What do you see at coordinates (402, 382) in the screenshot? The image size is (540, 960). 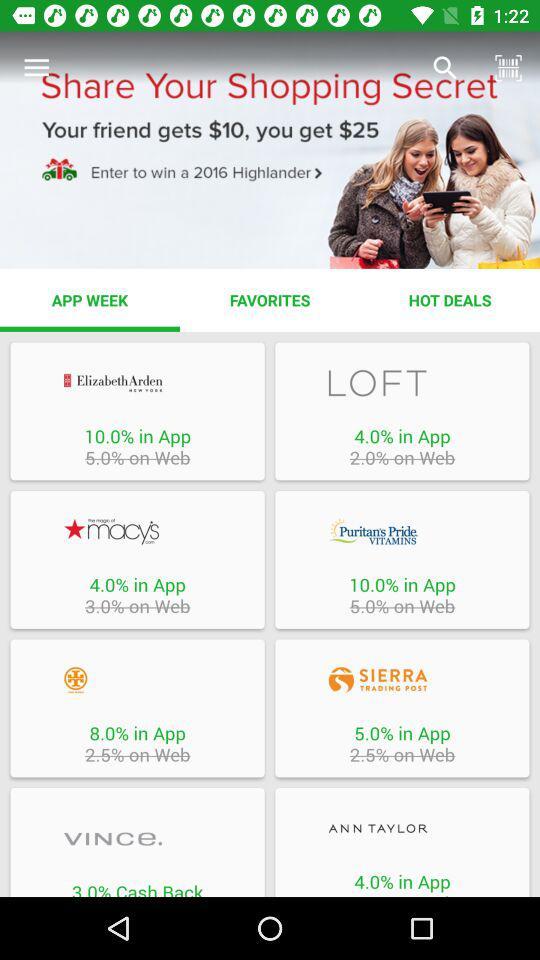 I see `vendor collection` at bounding box center [402, 382].